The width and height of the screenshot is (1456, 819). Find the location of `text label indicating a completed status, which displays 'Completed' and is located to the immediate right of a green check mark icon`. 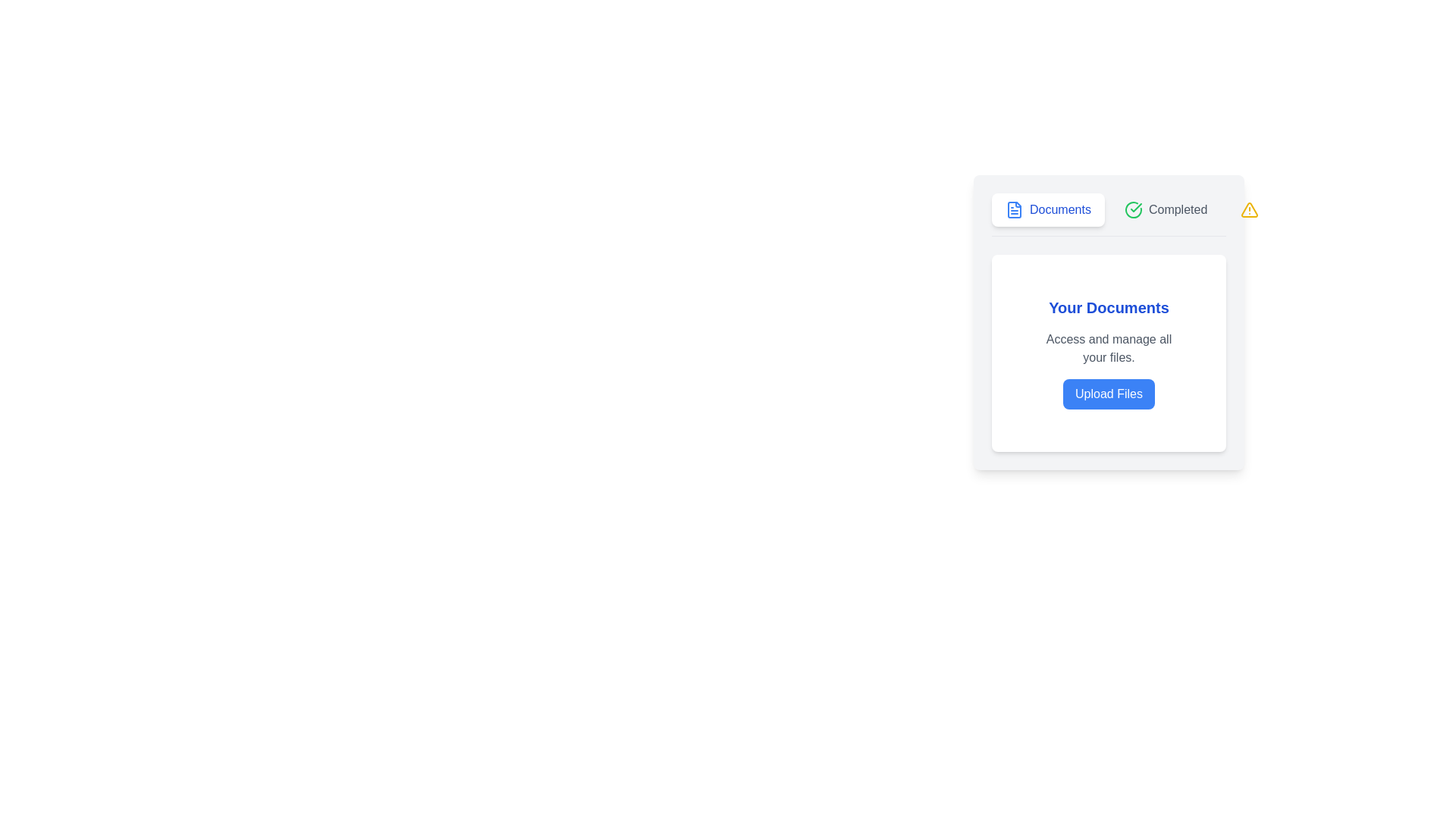

text label indicating a completed status, which displays 'Completed' and is located to the immediate right of a green check mark icon is located at coordinates (1177, 210).